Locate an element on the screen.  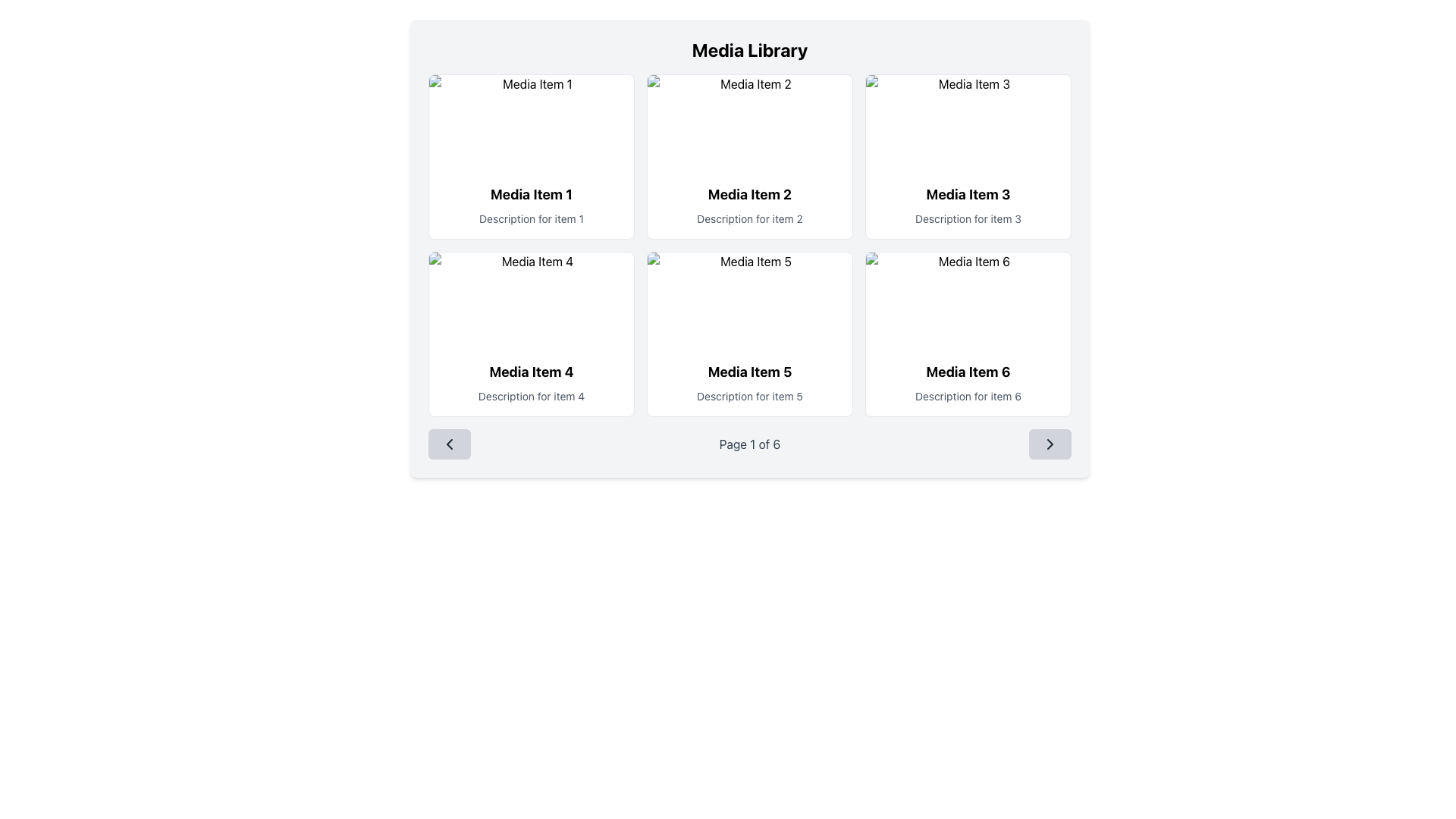
the navigation button located at the far left of the bottom interface is located at coordinates (449, 444).